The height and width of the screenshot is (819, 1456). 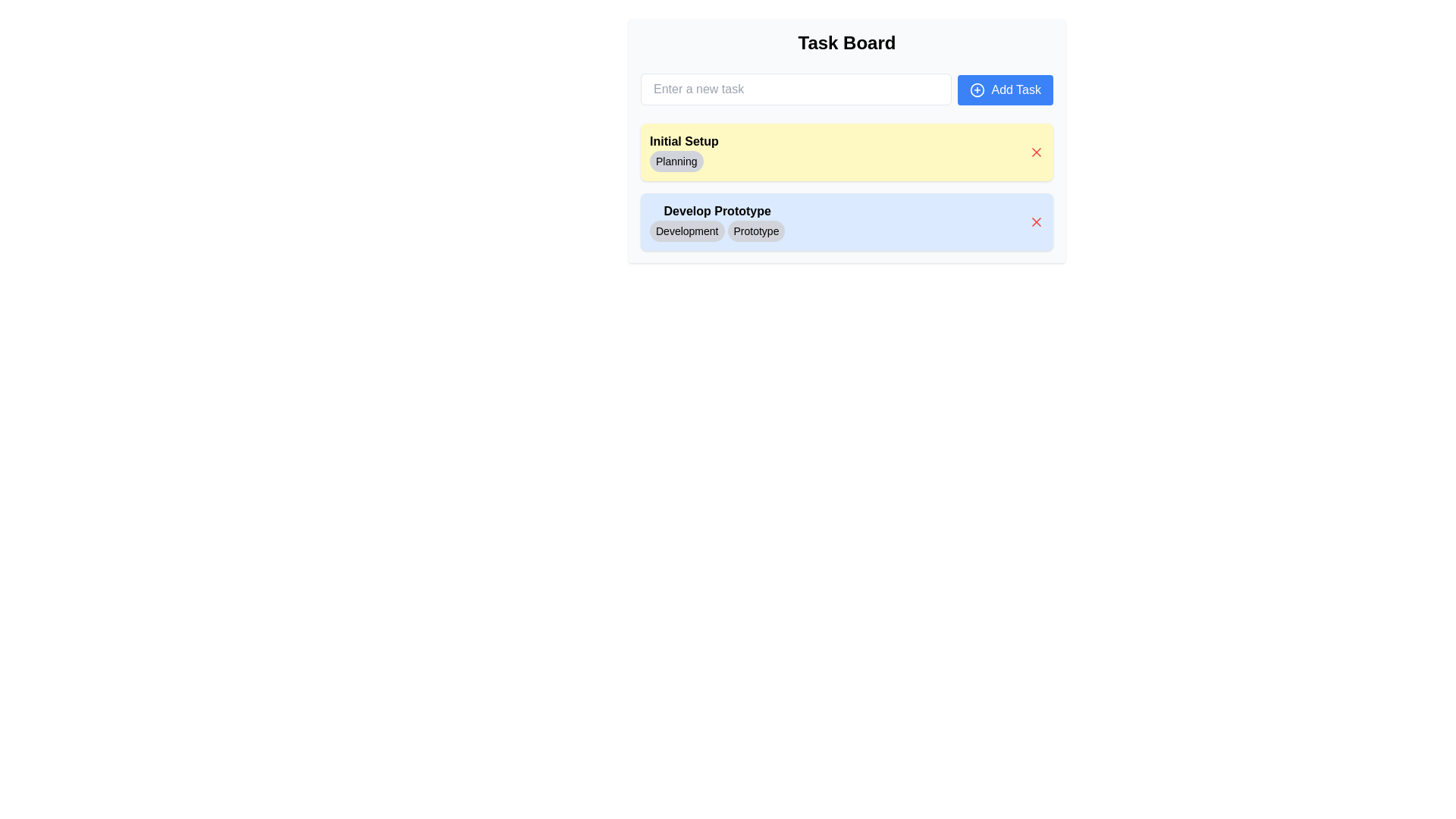 I want to click on bold-text label displaying 'Develop Prototype', which serves as a heading for the task in the second row of the task board interface, so click(x=717, y=211).